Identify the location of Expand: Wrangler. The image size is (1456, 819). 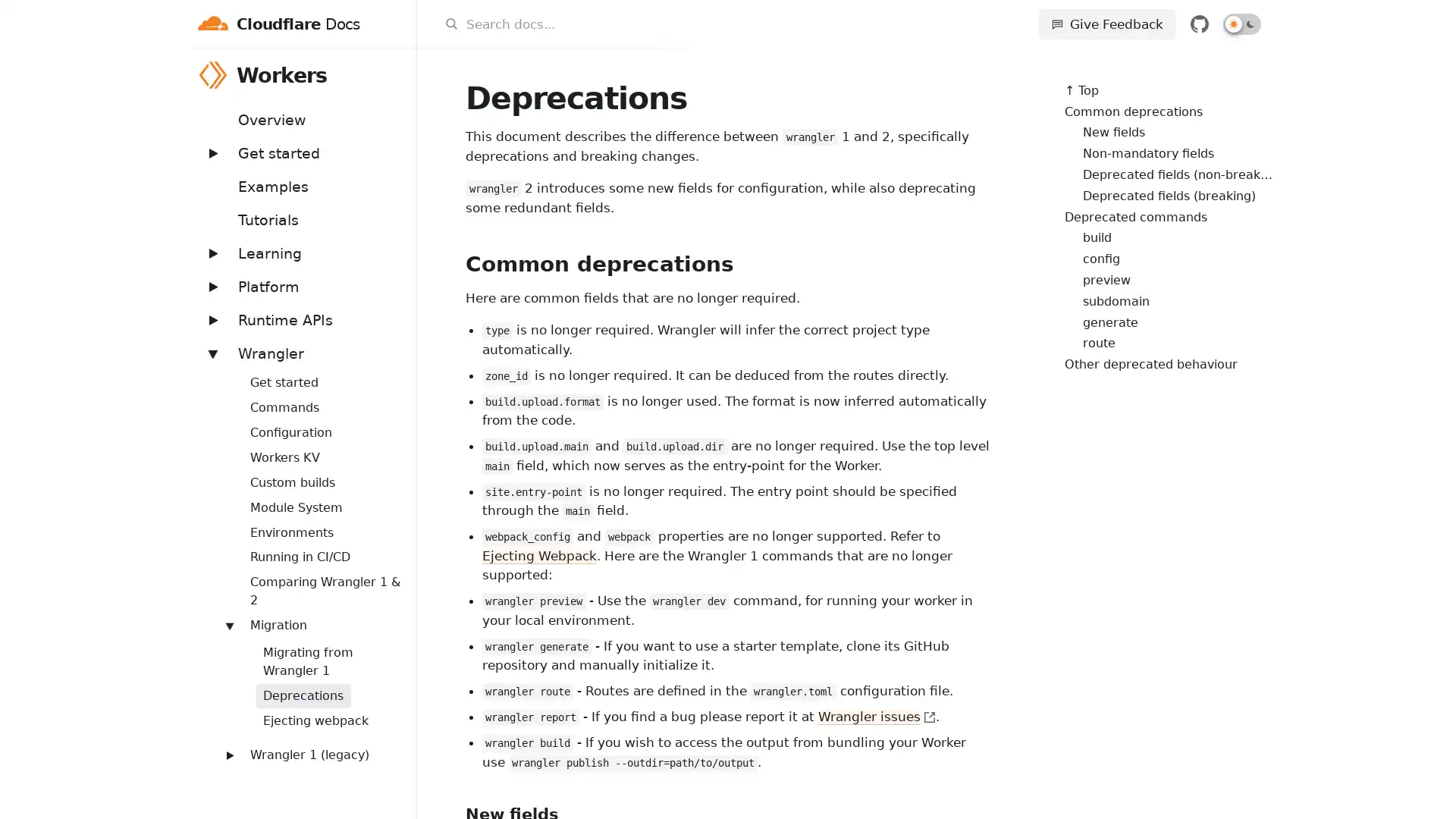
(211, 353).